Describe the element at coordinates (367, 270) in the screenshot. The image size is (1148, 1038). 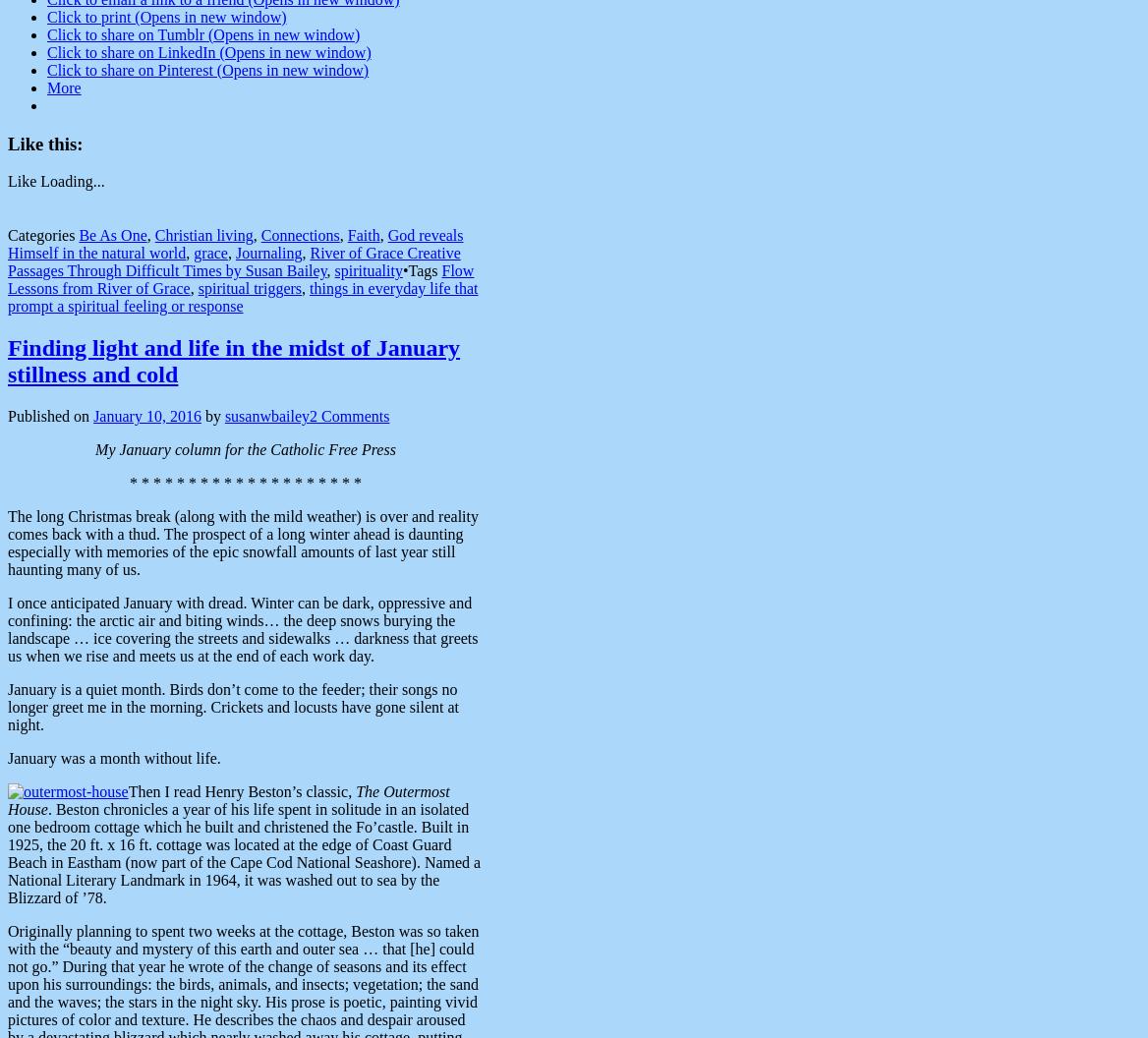
I see `'spirituality'` at that location.